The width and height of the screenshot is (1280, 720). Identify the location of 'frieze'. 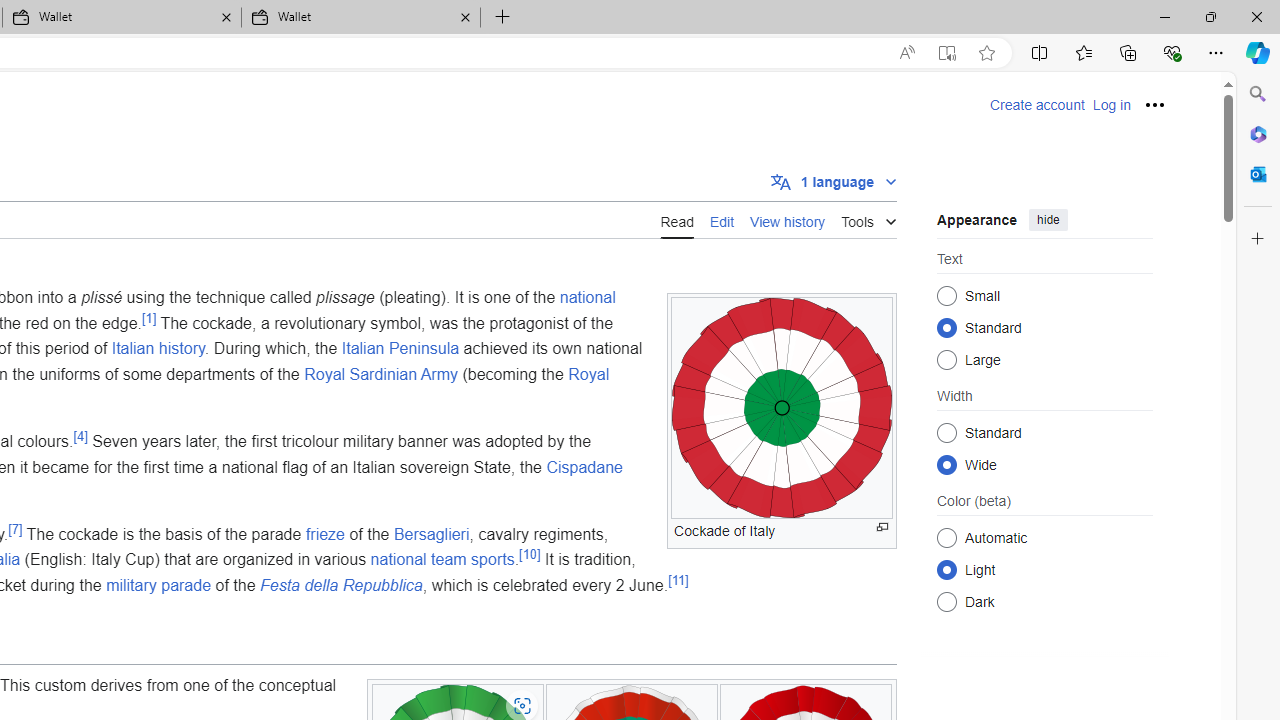
(325, 532).